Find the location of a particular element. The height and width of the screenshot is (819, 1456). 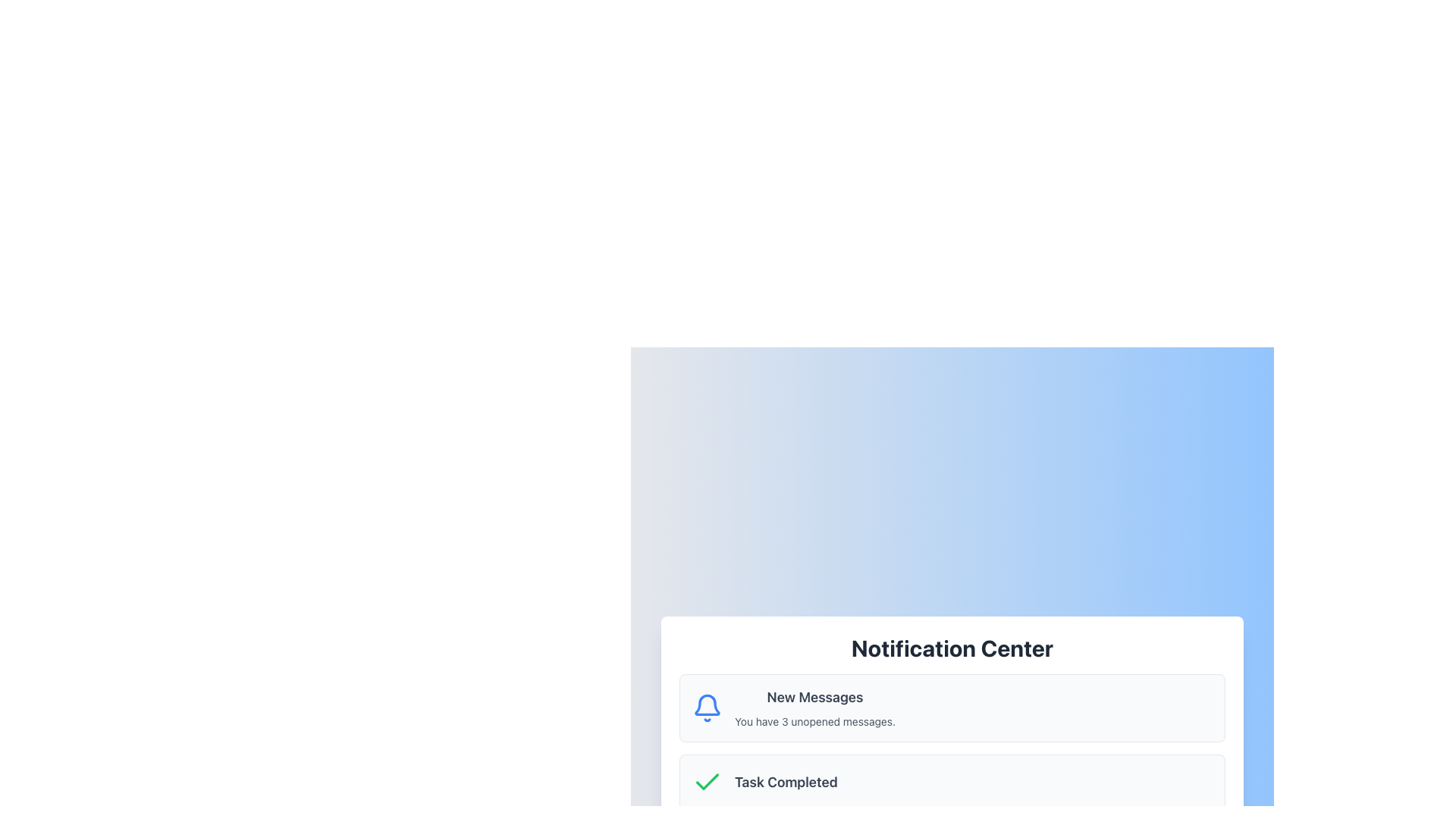

text displayed in the notification card under the 'Notification Center', which shows 'New Messages' and 'You have 3 unopened messages.' is located at coordinates (814, 708).